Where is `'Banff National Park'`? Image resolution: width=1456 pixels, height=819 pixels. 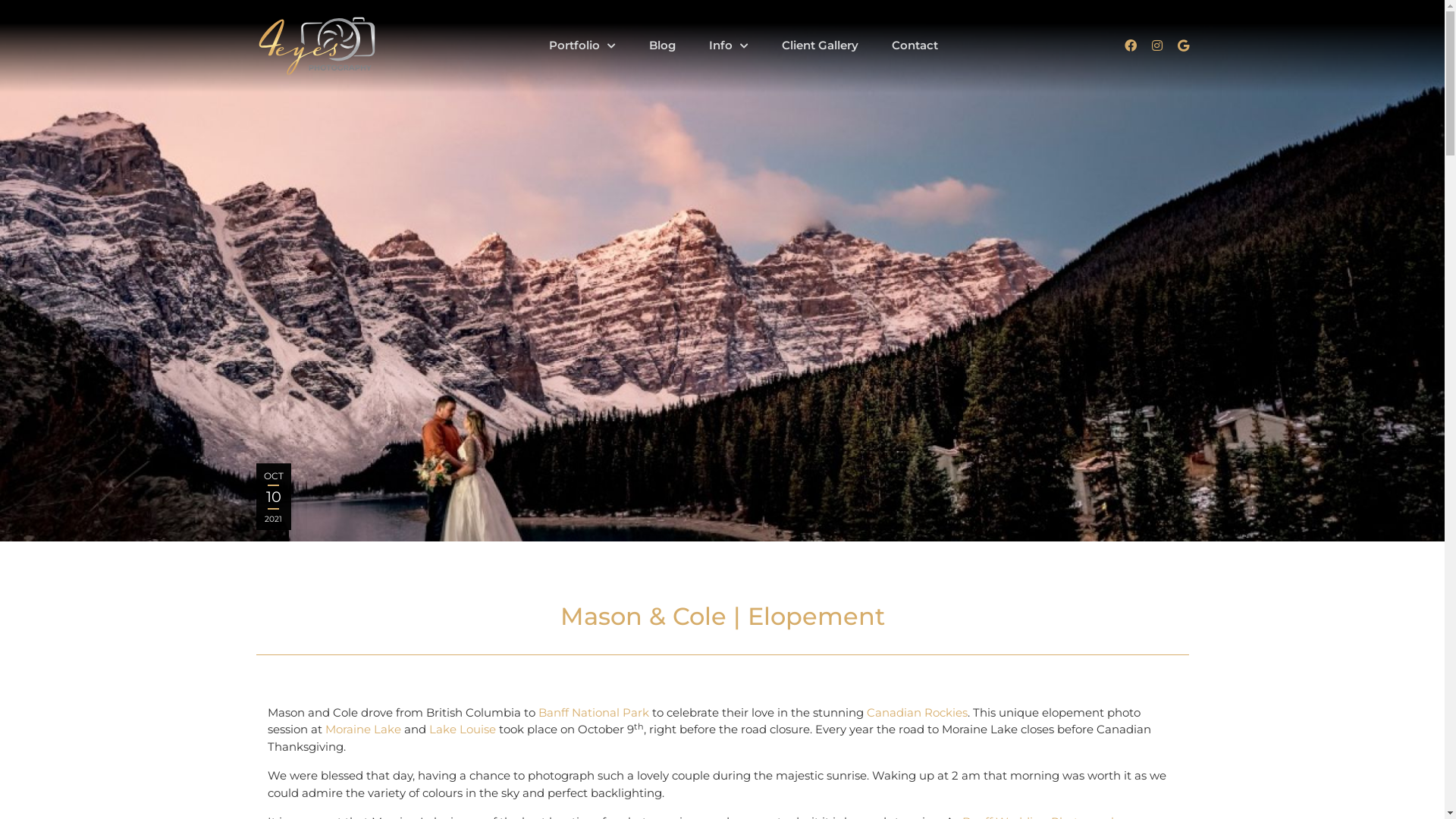
'Banff National Park' is located at coordinates (592, 712).